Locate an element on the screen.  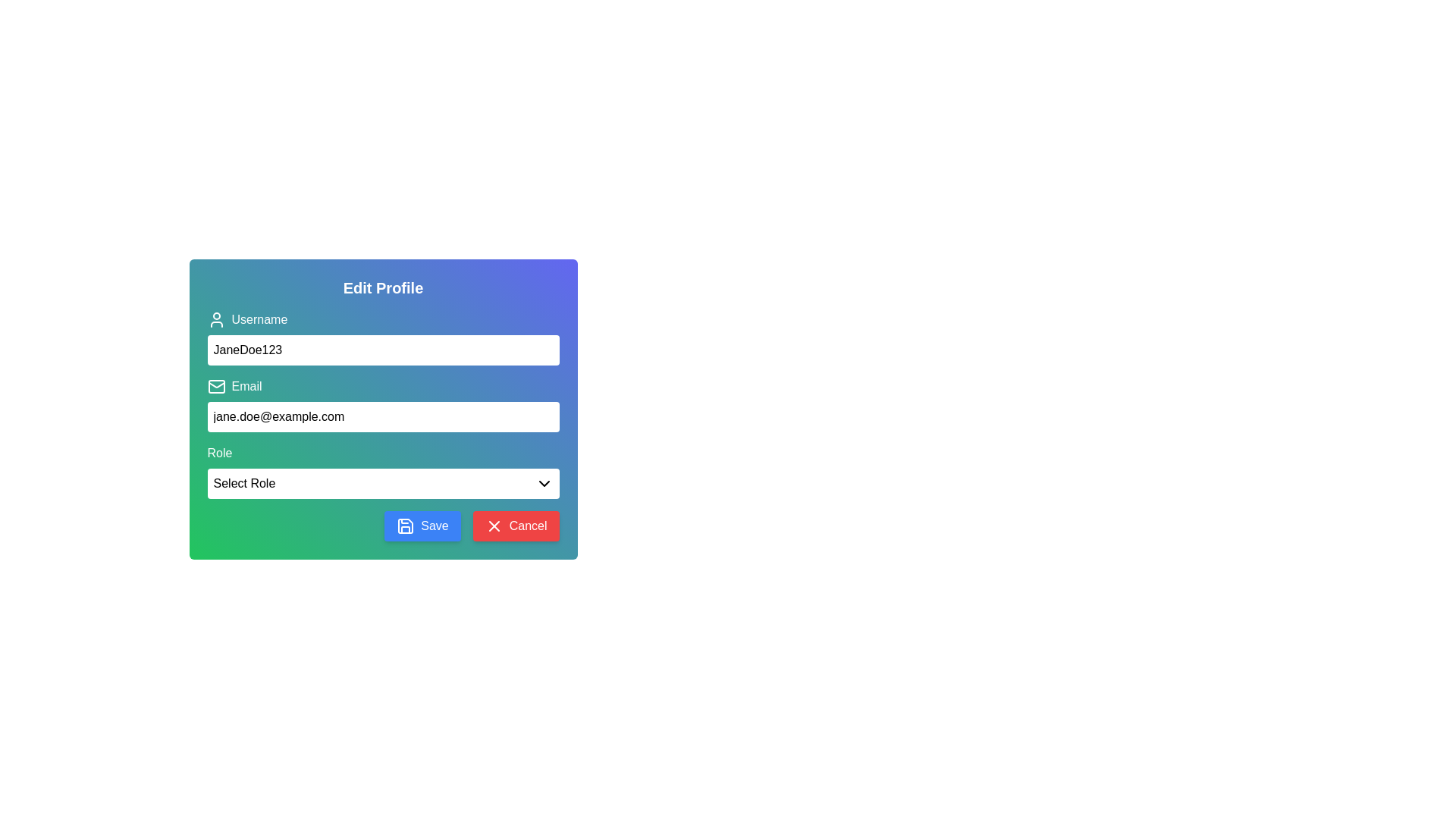
the static text label 'Edit Profile' located at the top of the form, which is styled prominently with a larger font size and bold text is located at coordinates (383, 288).